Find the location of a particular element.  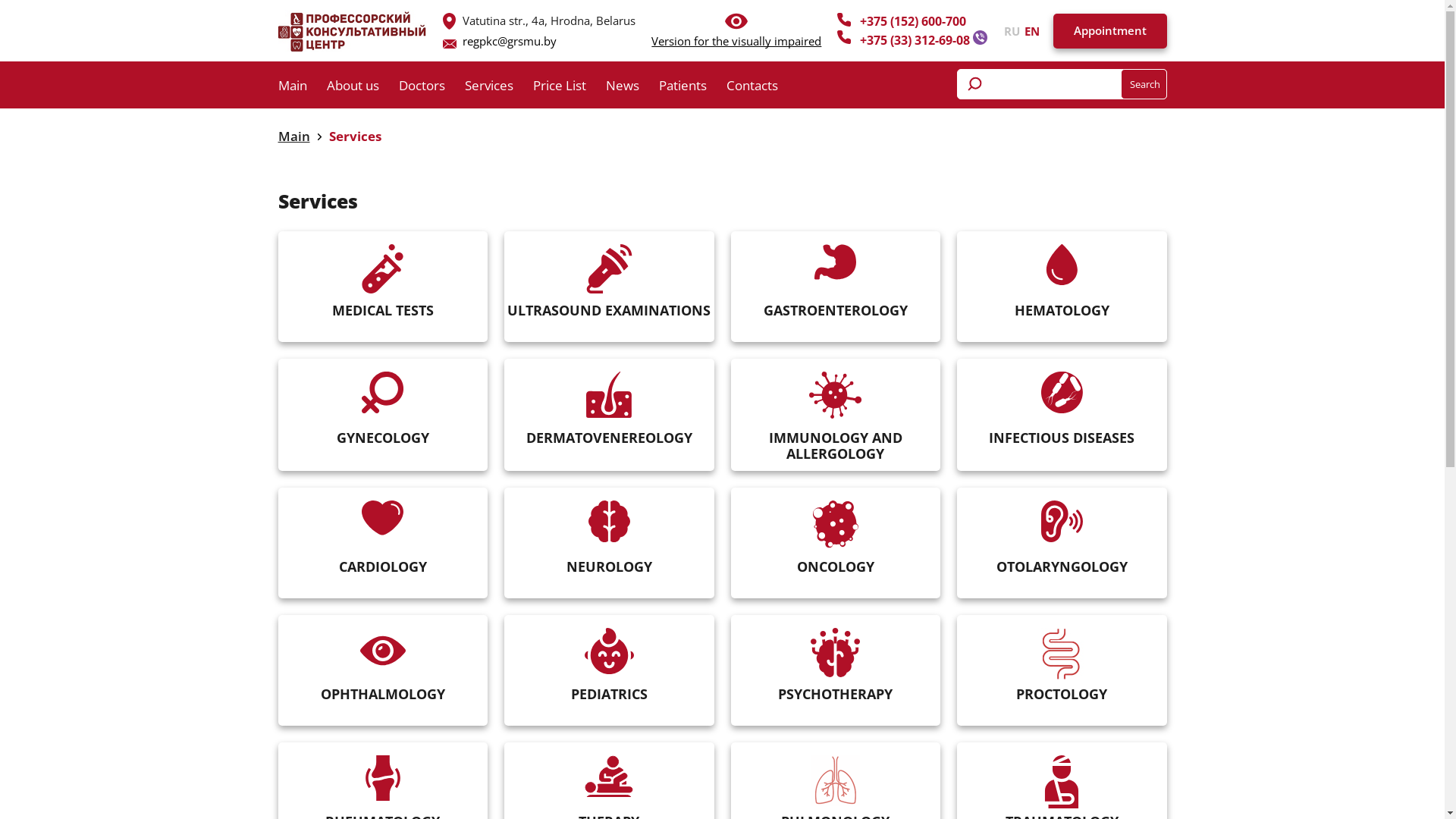

'Ultrasound examinations' is located at coordinates (609, 268).